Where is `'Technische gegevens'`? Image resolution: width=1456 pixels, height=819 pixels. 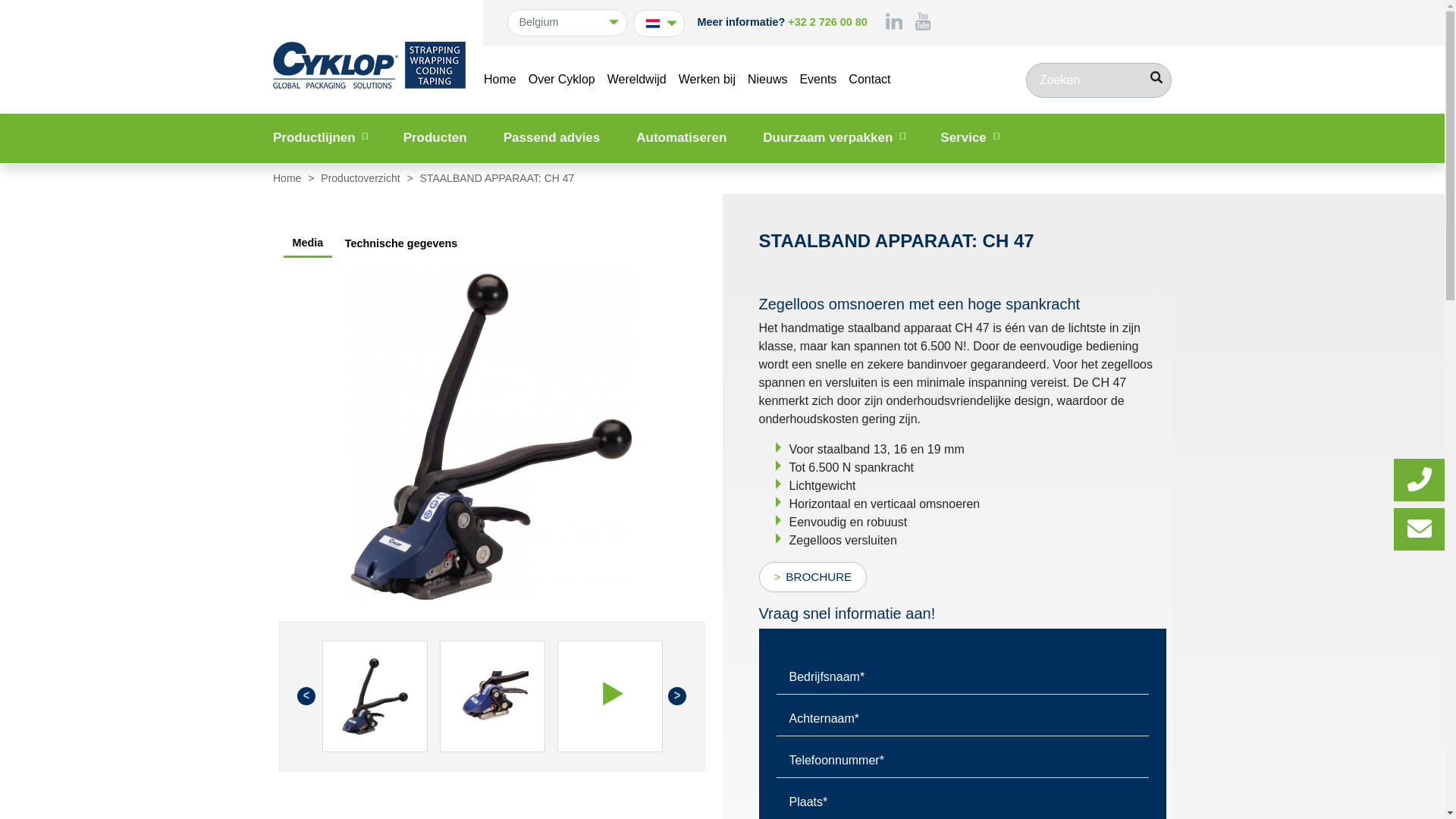 'Technische gegevens' is located at coordinates (401, 243).